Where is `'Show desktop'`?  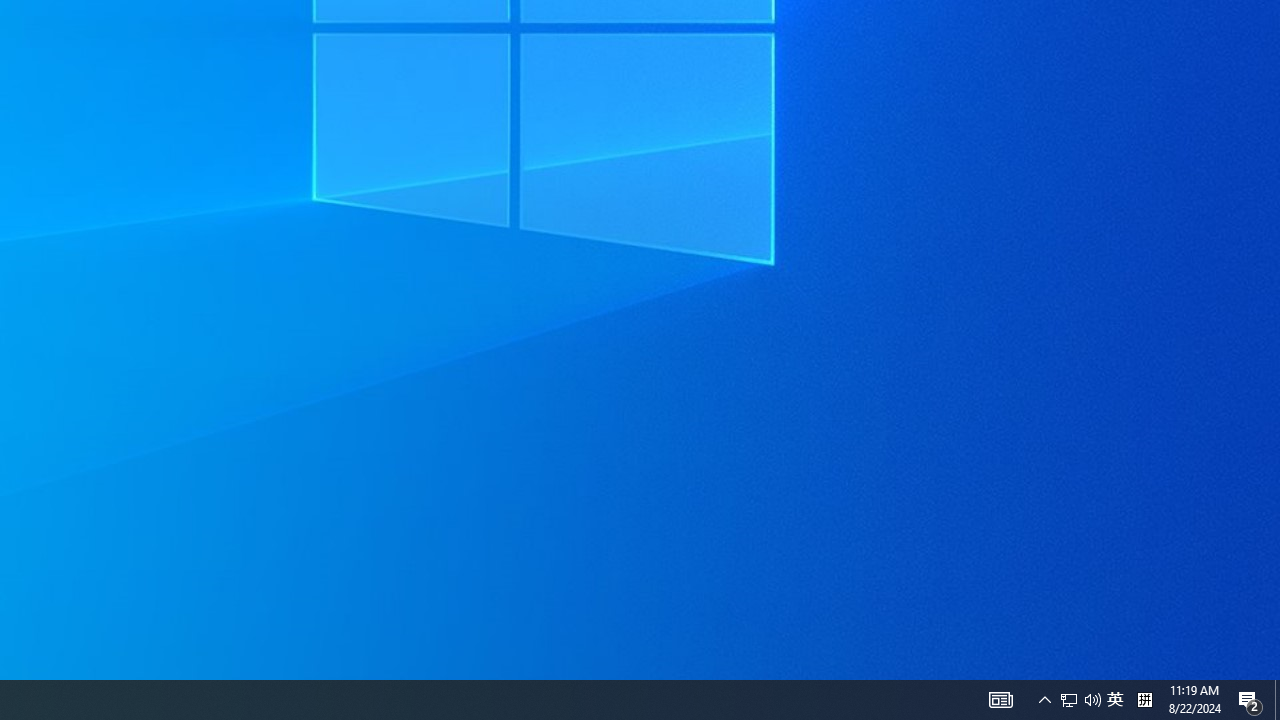
'Show desktop' is located at coordinates (1276, 698).